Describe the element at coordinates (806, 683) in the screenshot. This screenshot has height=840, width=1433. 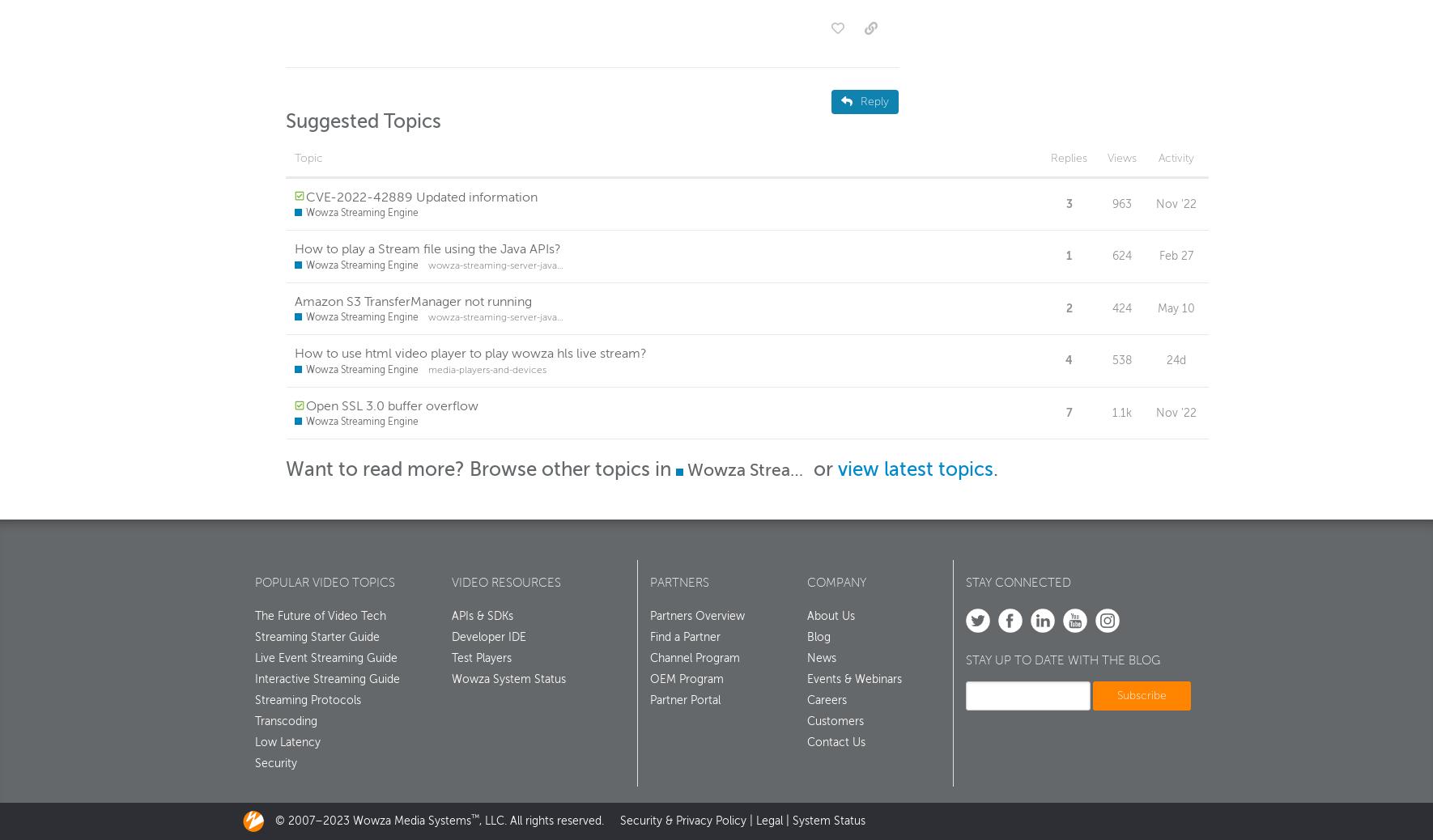
I see `'Events & Webinars'` at that location.